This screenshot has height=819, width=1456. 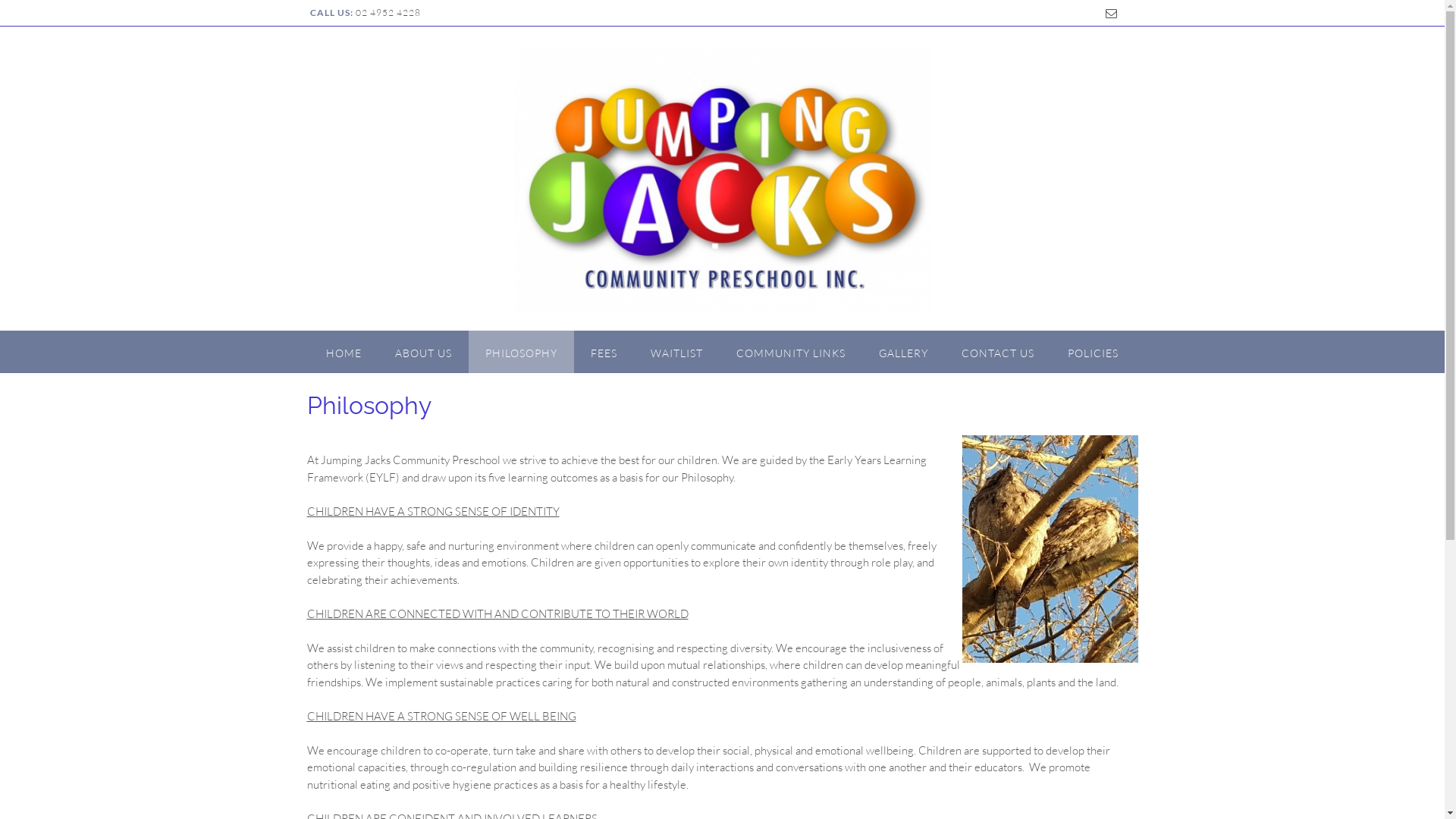 I want to click on 'COMMUNITY LINKS', so click(x=789, y=351).